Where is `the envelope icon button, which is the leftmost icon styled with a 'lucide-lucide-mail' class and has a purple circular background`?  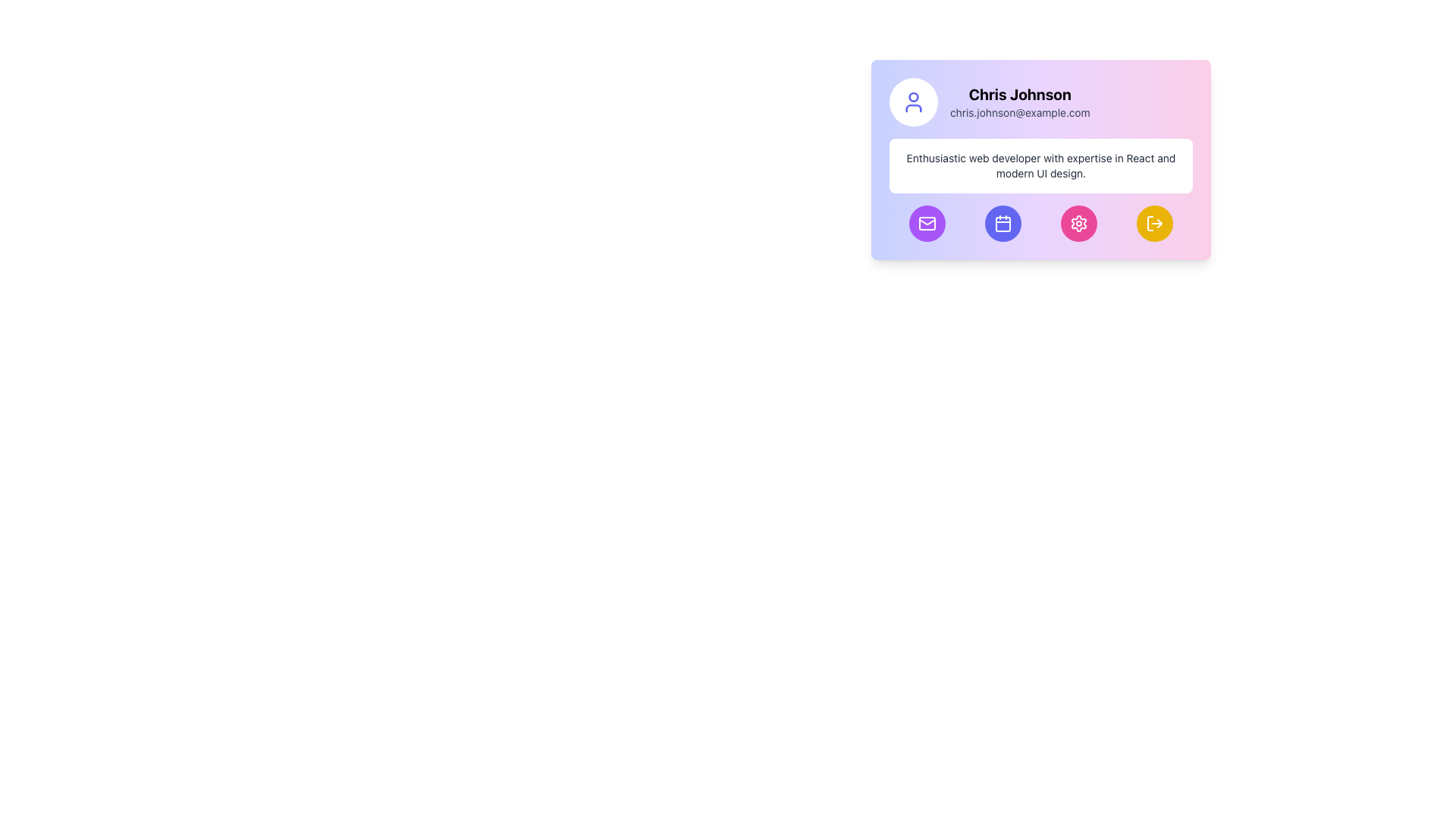
the envelope icon button, which is the leftmost icon styled with a 'lucide-lucide-mail' class and has a purple circular background is located at coordinates (927, 223).